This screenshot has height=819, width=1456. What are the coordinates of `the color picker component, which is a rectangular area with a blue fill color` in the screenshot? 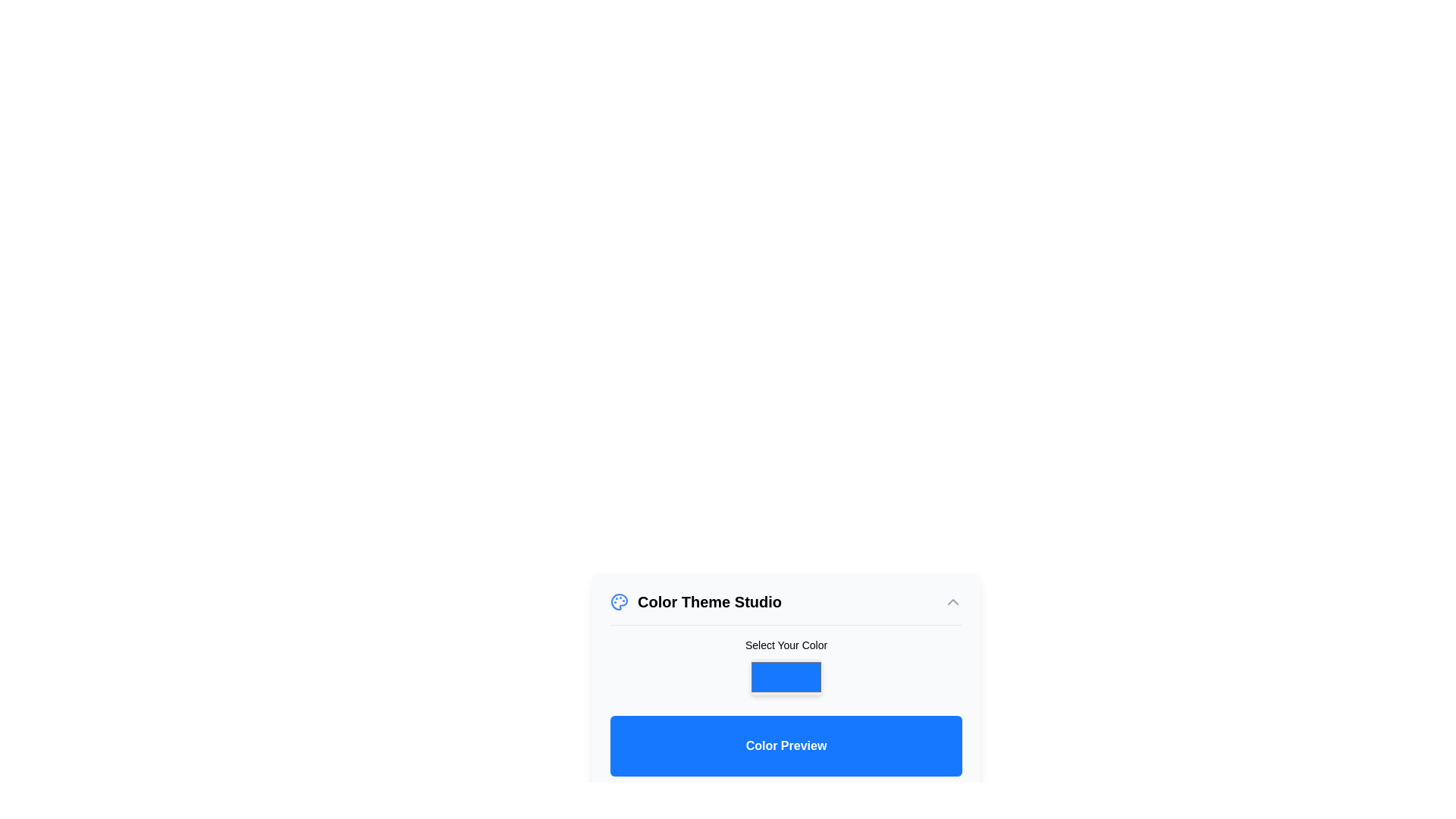 It's located at (786, 666).